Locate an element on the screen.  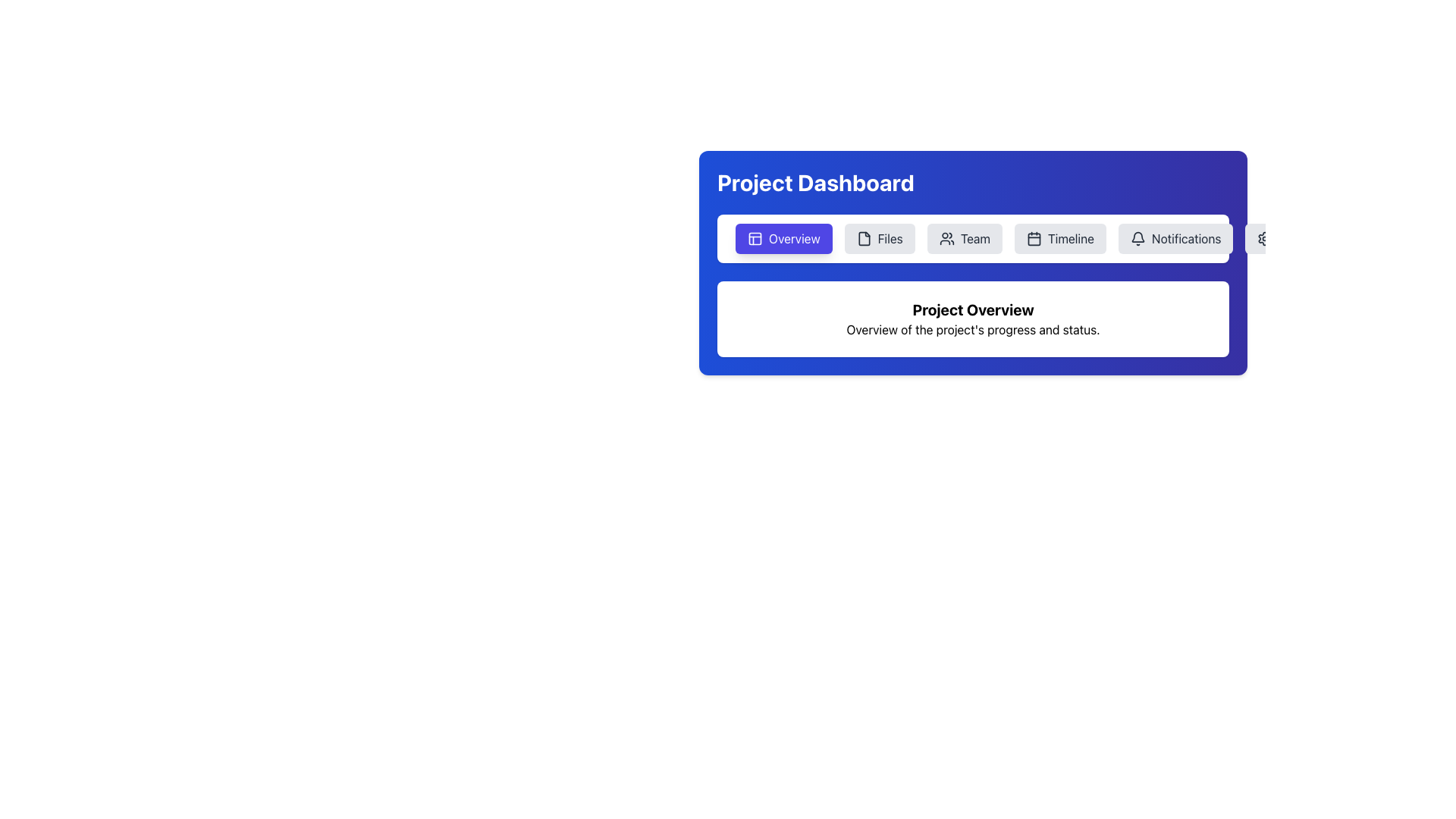
the 'Files' icon, which is located to the immediate left of the text label 'Files' in the navigation buttons of the 'Project Dashboard' is located at coordinates (864, 239).